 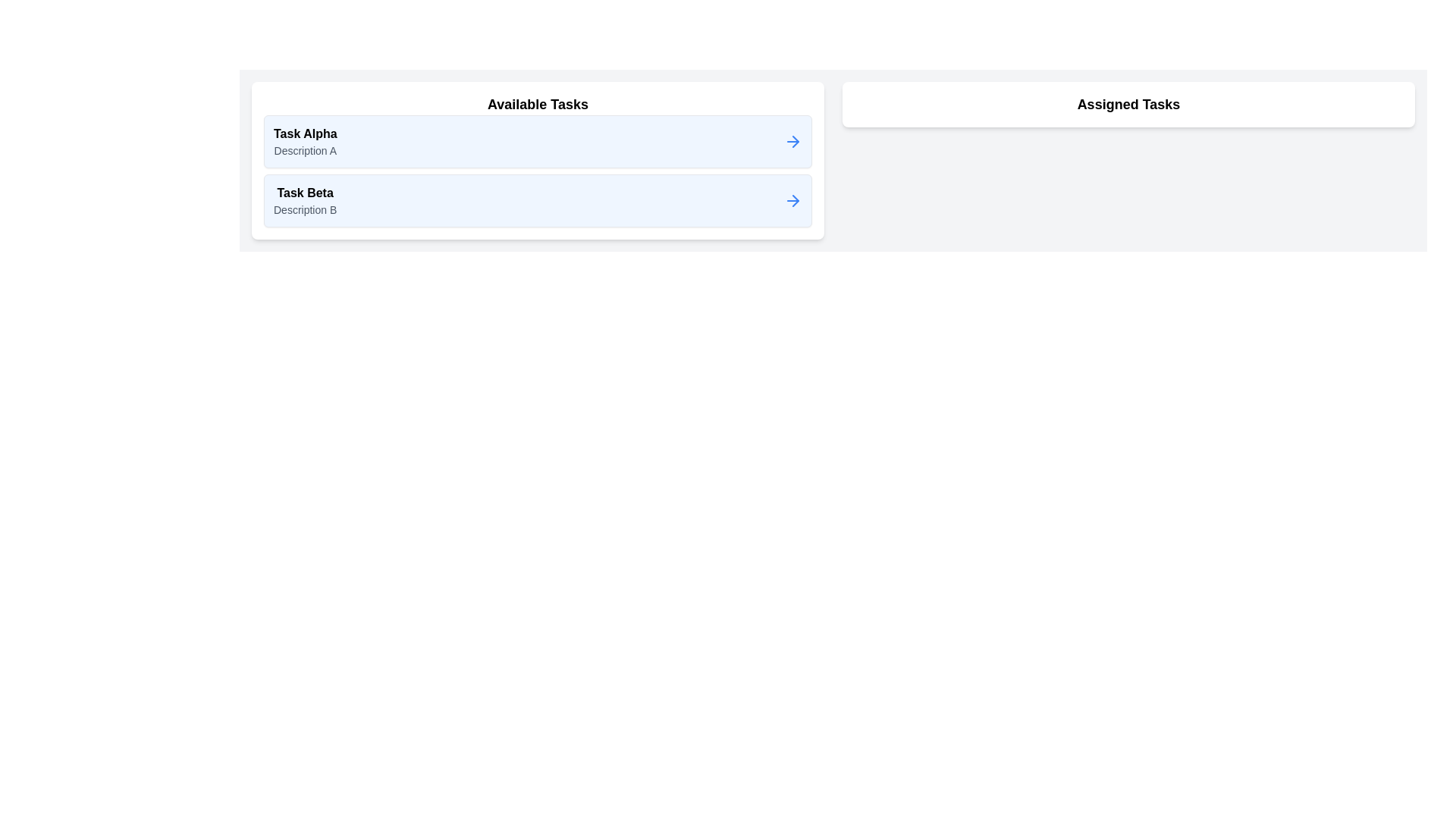 I want to click on arrow button next to the task Task Beta in the Available Tasks list, so click(x=792, y=200).